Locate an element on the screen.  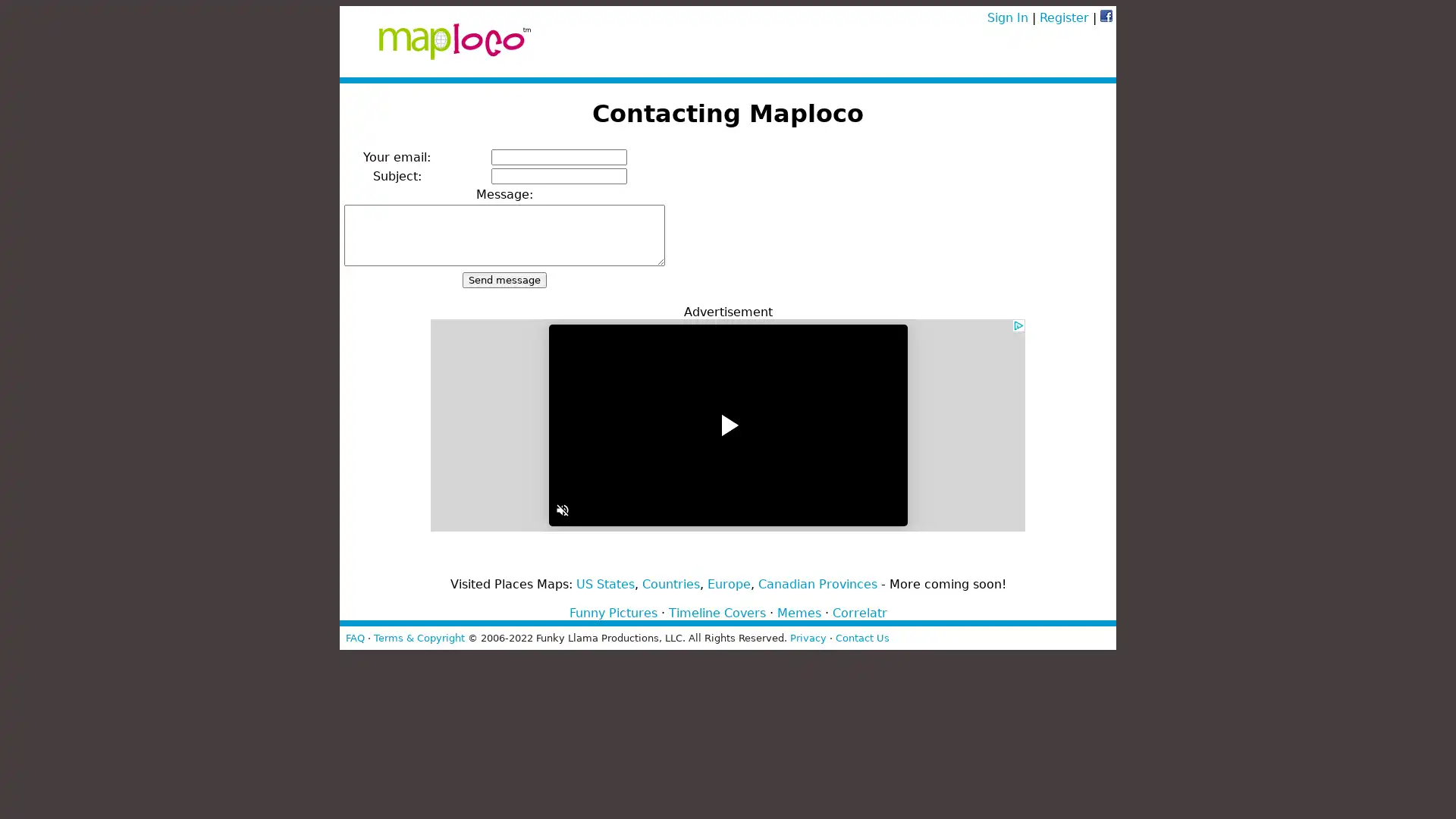
Send message is located at coordinates (504, 279).